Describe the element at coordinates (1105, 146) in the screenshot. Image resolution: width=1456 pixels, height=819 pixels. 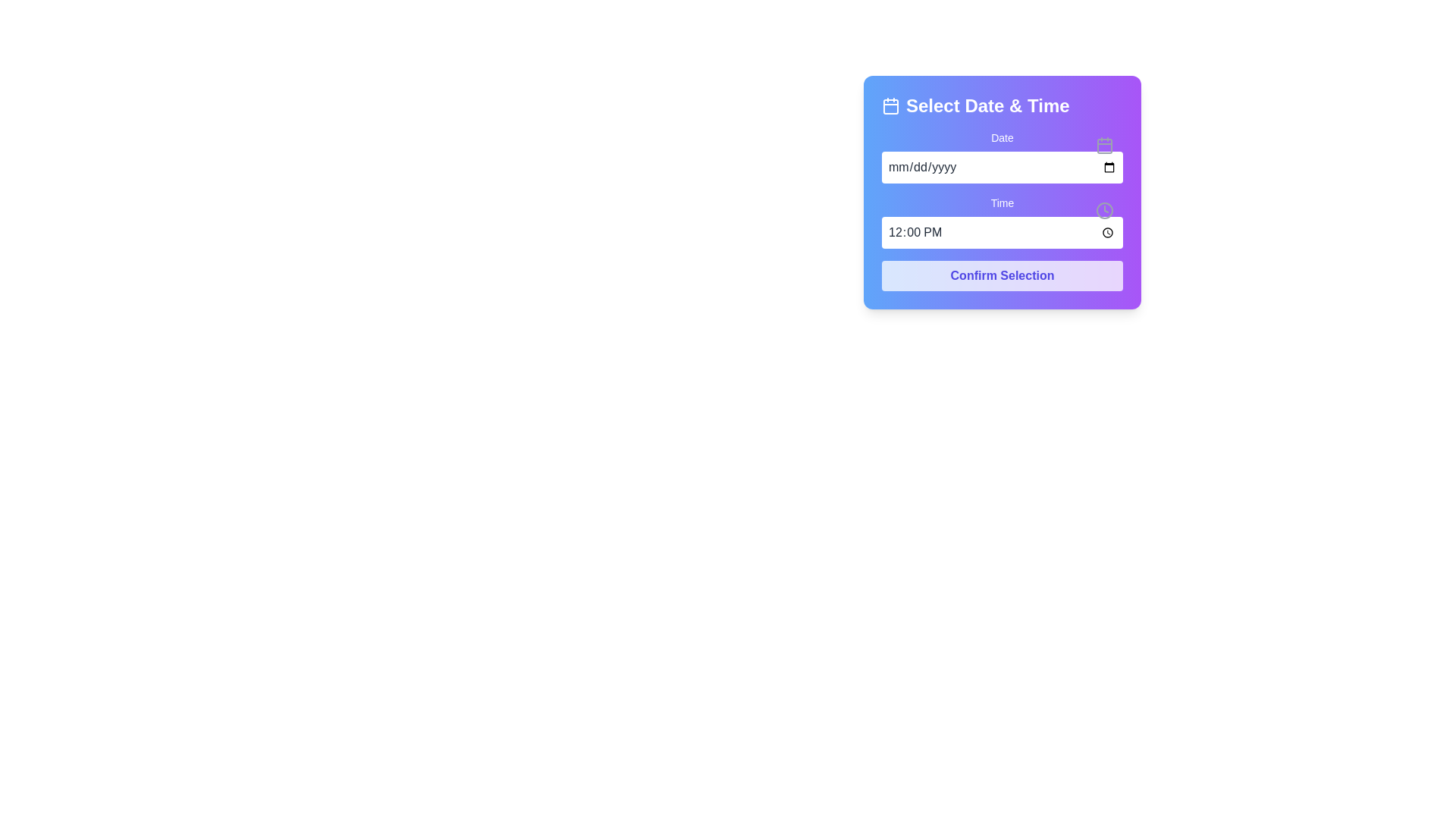
I see `the main body of the calendar icon, which serves as a visual cue for the nearby 'Date' input box functionality` at that location.